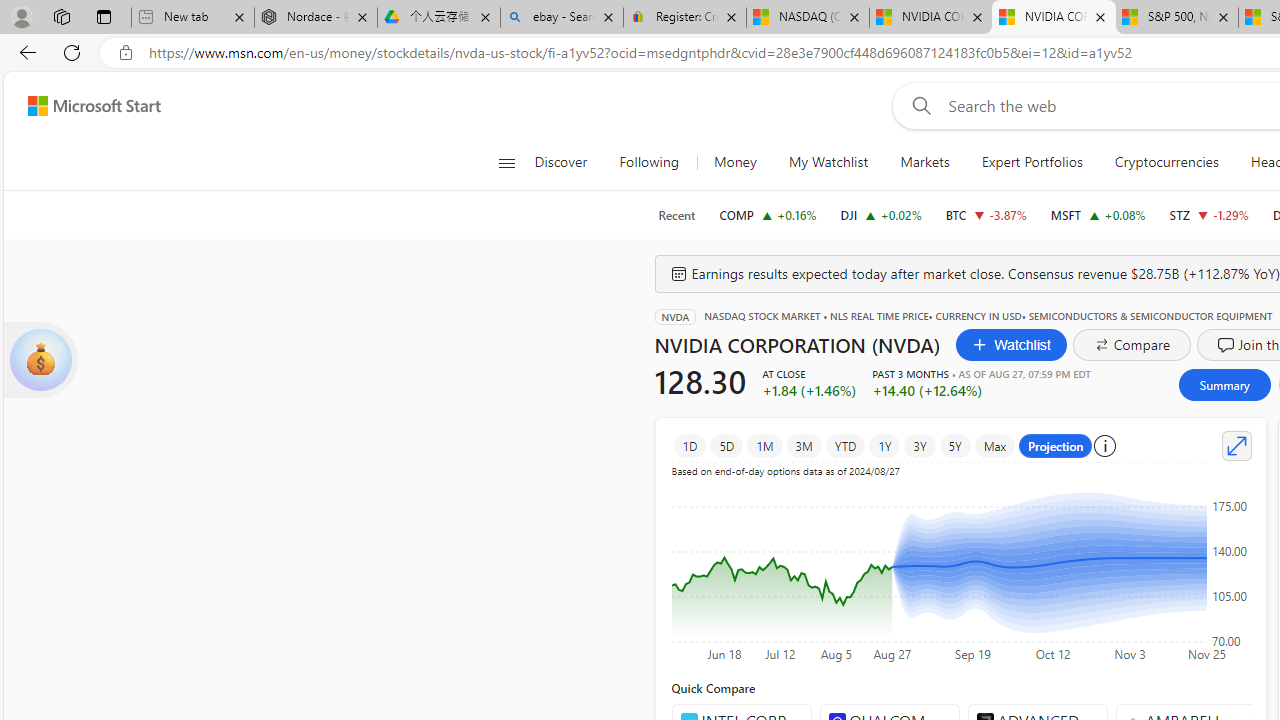  What do you see at coordinates (506, 162) in the screenshot?
I see `'Open navigation menu'` at bounding box center [506, 162].